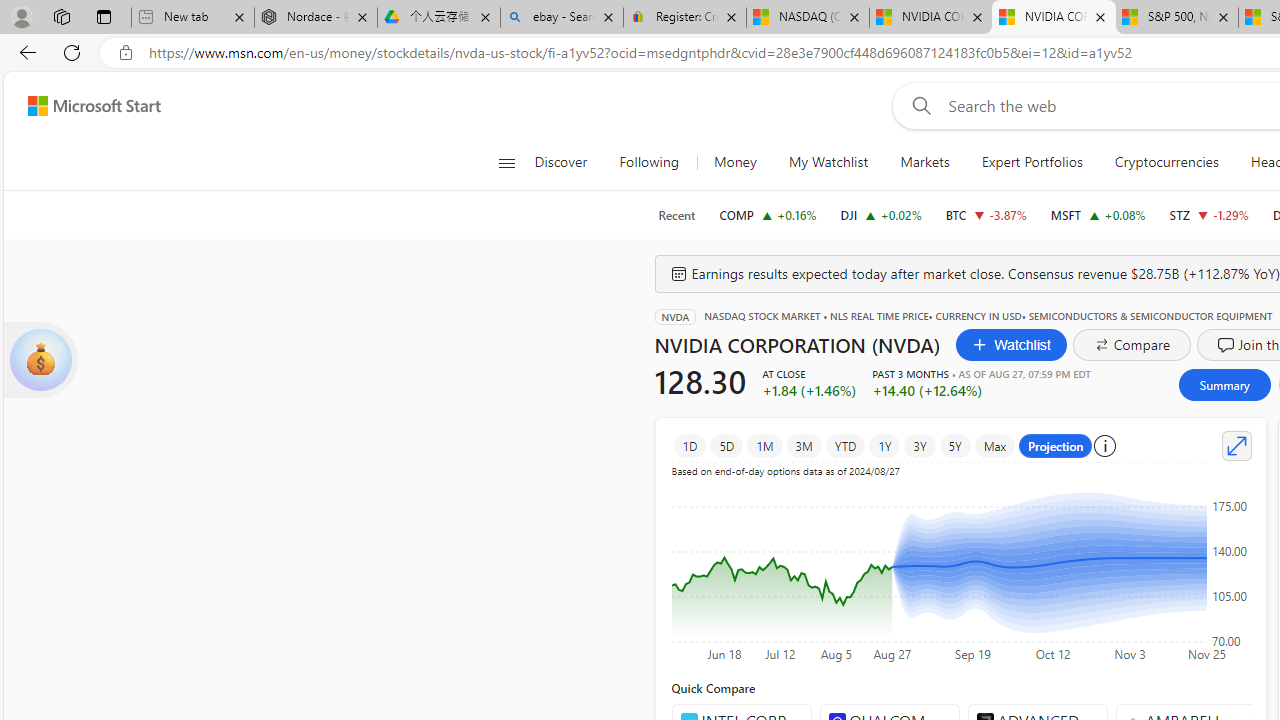  What do you see at coordinates (506, 162) in the screenshot?
I see `'Open navigation menu'` at bounding box center [506, 162].